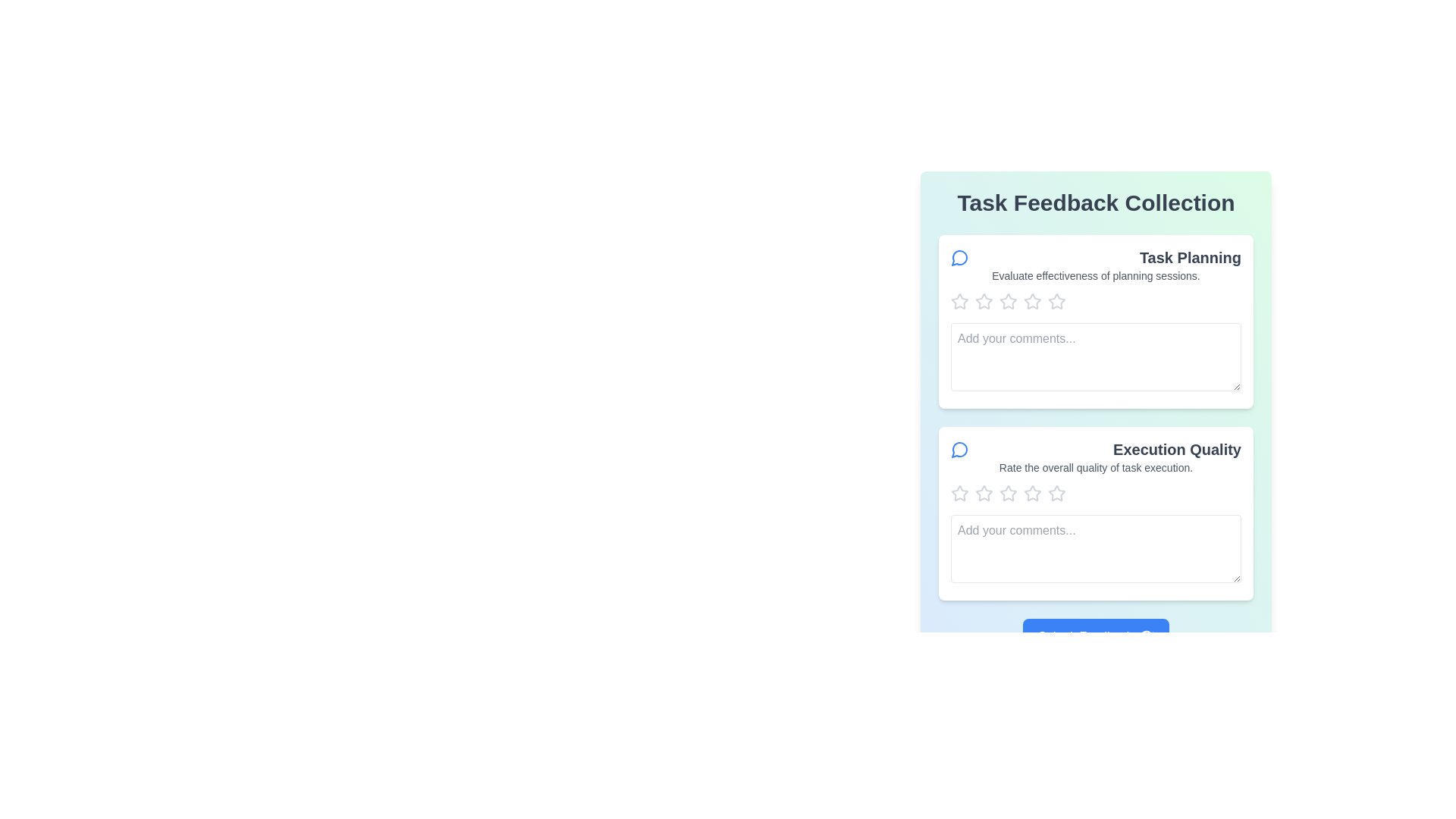  I want to click on the second star icon in the 'Task Planning' section, so click(1008, 301).